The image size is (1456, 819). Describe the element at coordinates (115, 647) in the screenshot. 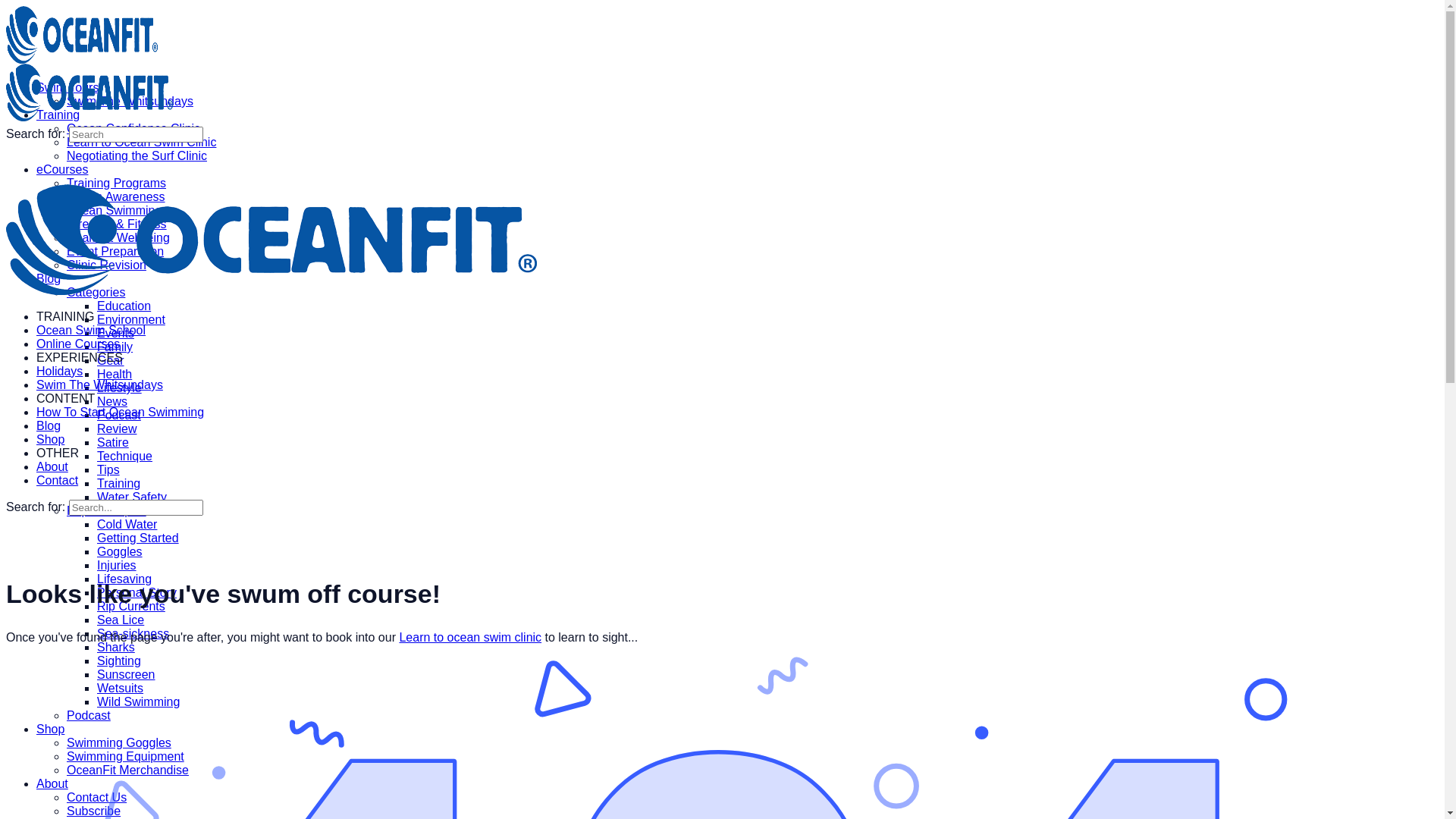

I see `'Sharks'` at that location.